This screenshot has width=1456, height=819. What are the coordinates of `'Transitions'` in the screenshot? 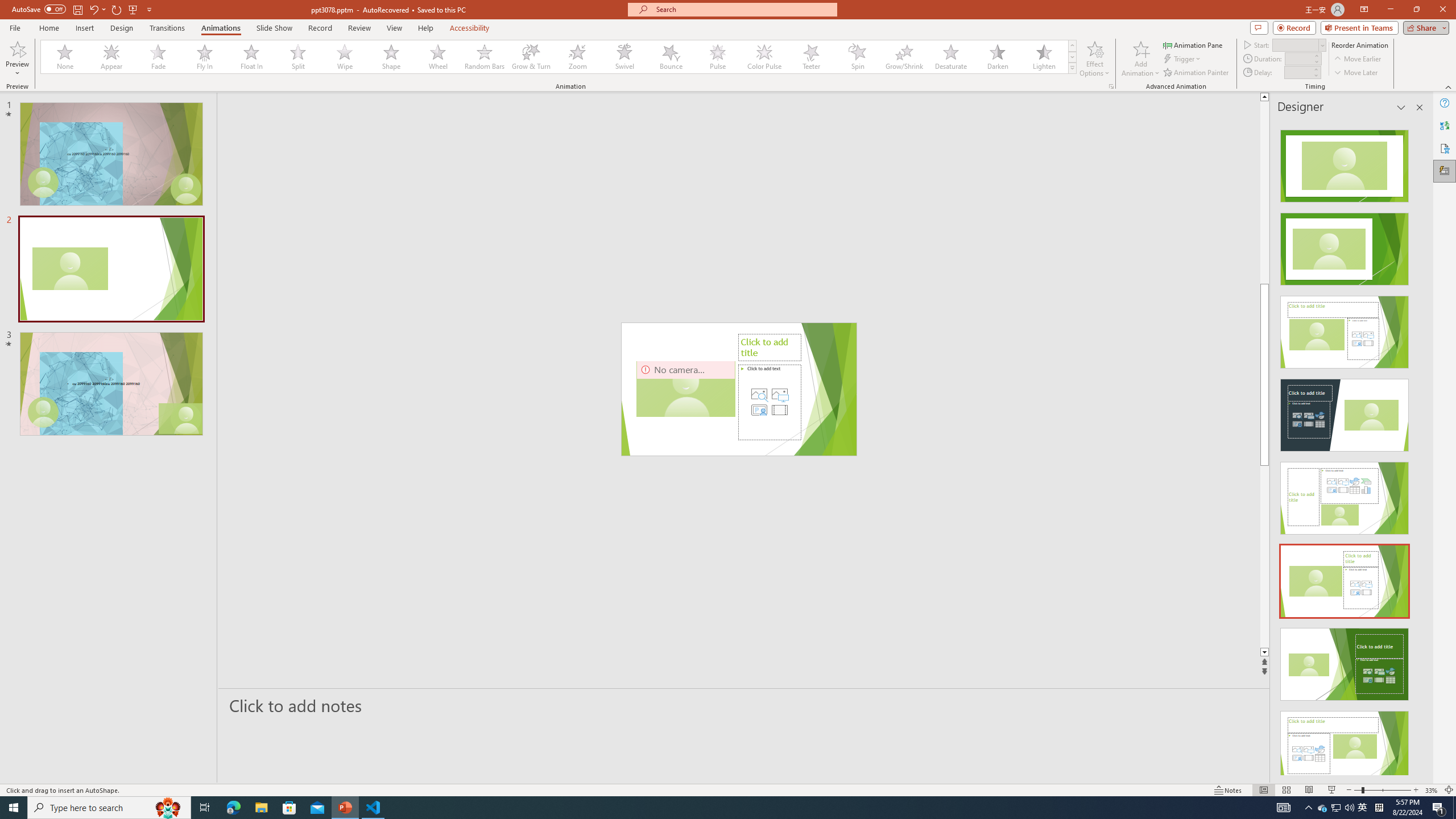 It's located at (167, 28).